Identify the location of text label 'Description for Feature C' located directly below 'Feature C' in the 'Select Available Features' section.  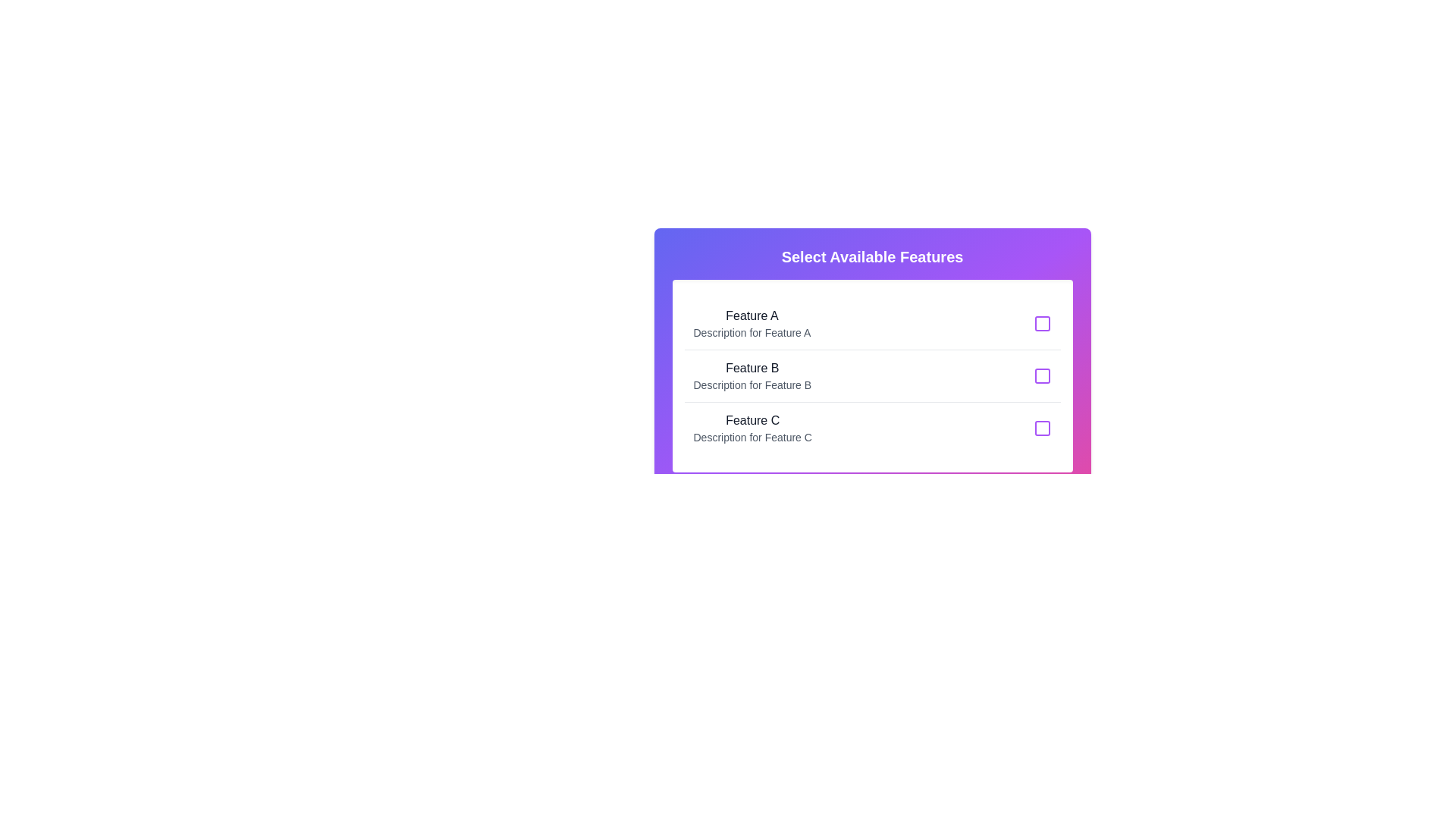
(752, 438).